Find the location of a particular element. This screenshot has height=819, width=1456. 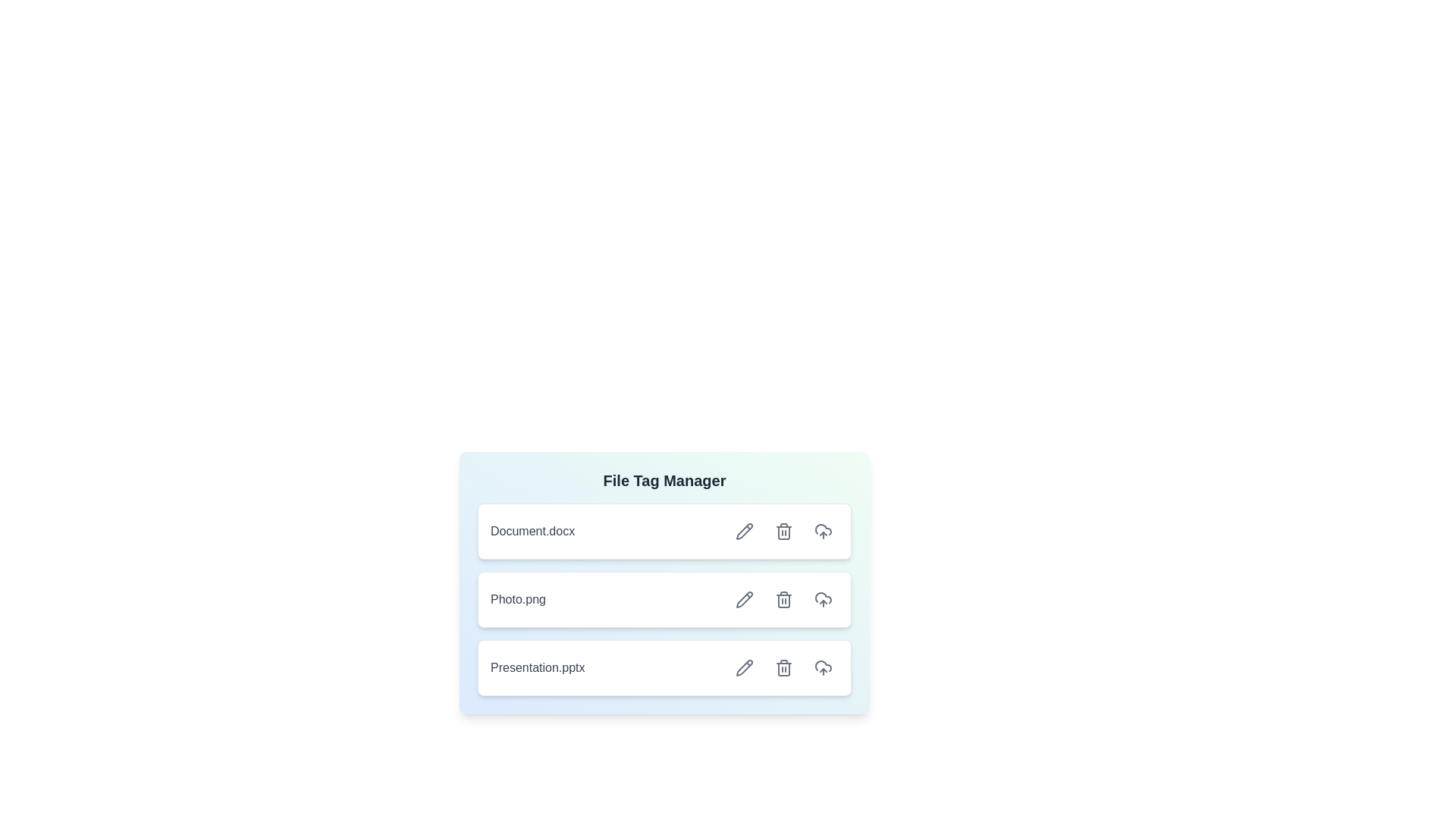

upload button for the file Photo.png is located at coordinates (822, 598).